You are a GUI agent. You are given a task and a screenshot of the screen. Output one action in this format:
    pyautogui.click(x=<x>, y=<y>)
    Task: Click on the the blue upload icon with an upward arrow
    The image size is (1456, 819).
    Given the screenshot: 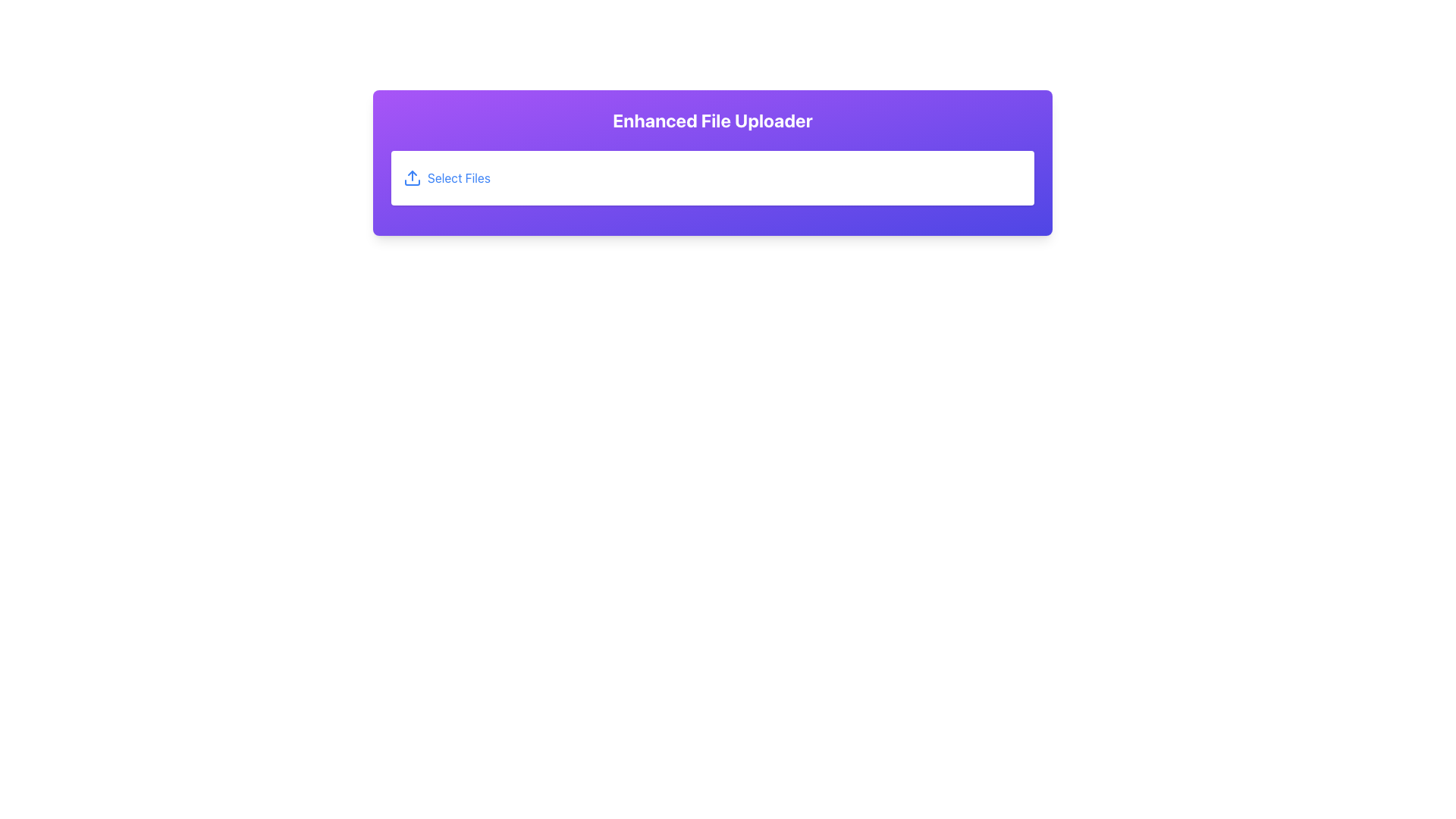 What is the action you would take?
    pyautogui.click(x=412, y=177)
    